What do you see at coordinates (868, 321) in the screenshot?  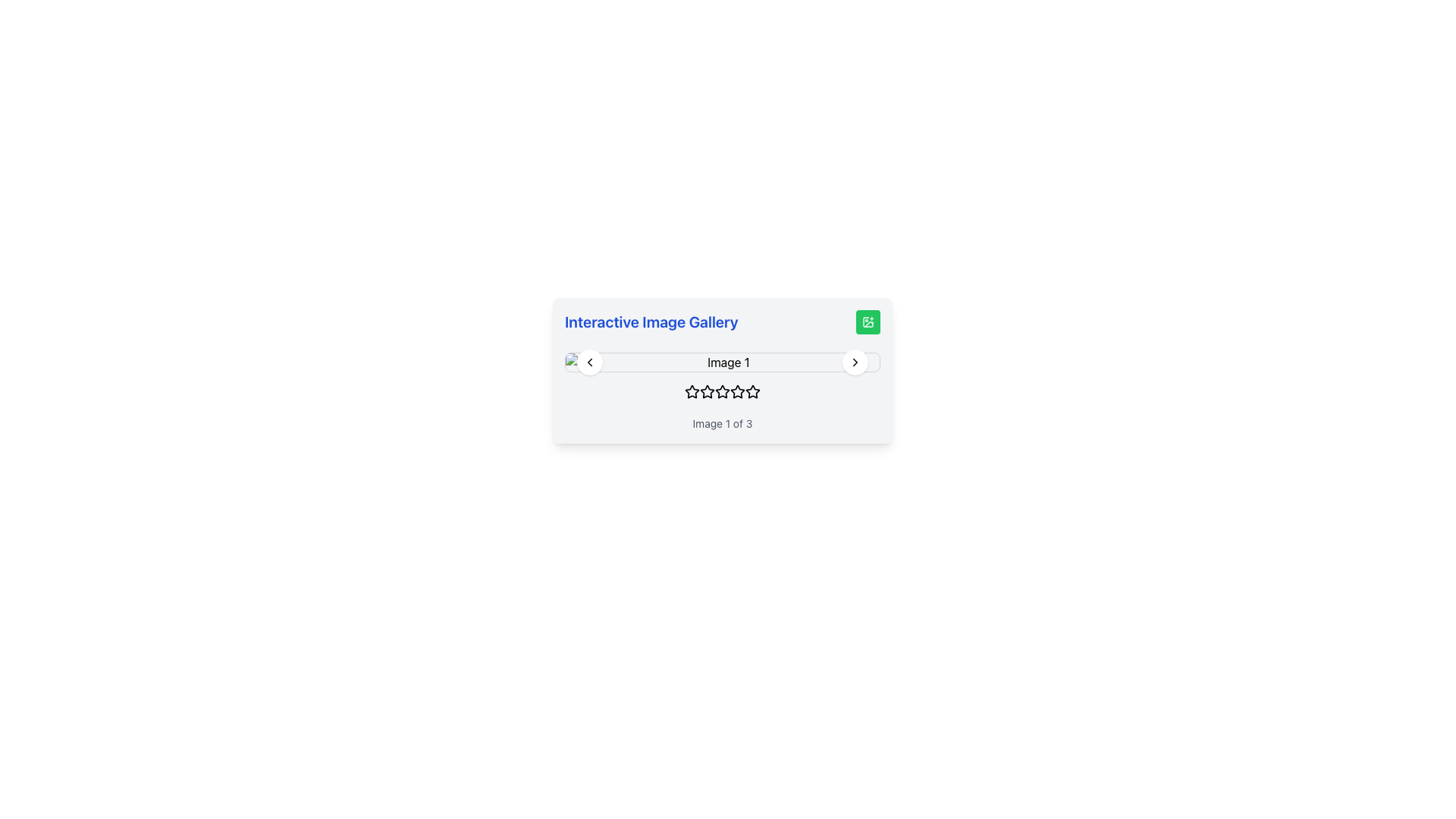 I see `the decorative graphic element of the 'image plus' icon within the SVG group 'lucide-image-plus' located on the green button in the top-right corner of the 'Interactive Image Gallery' interface` at bounding box center [868, 321].